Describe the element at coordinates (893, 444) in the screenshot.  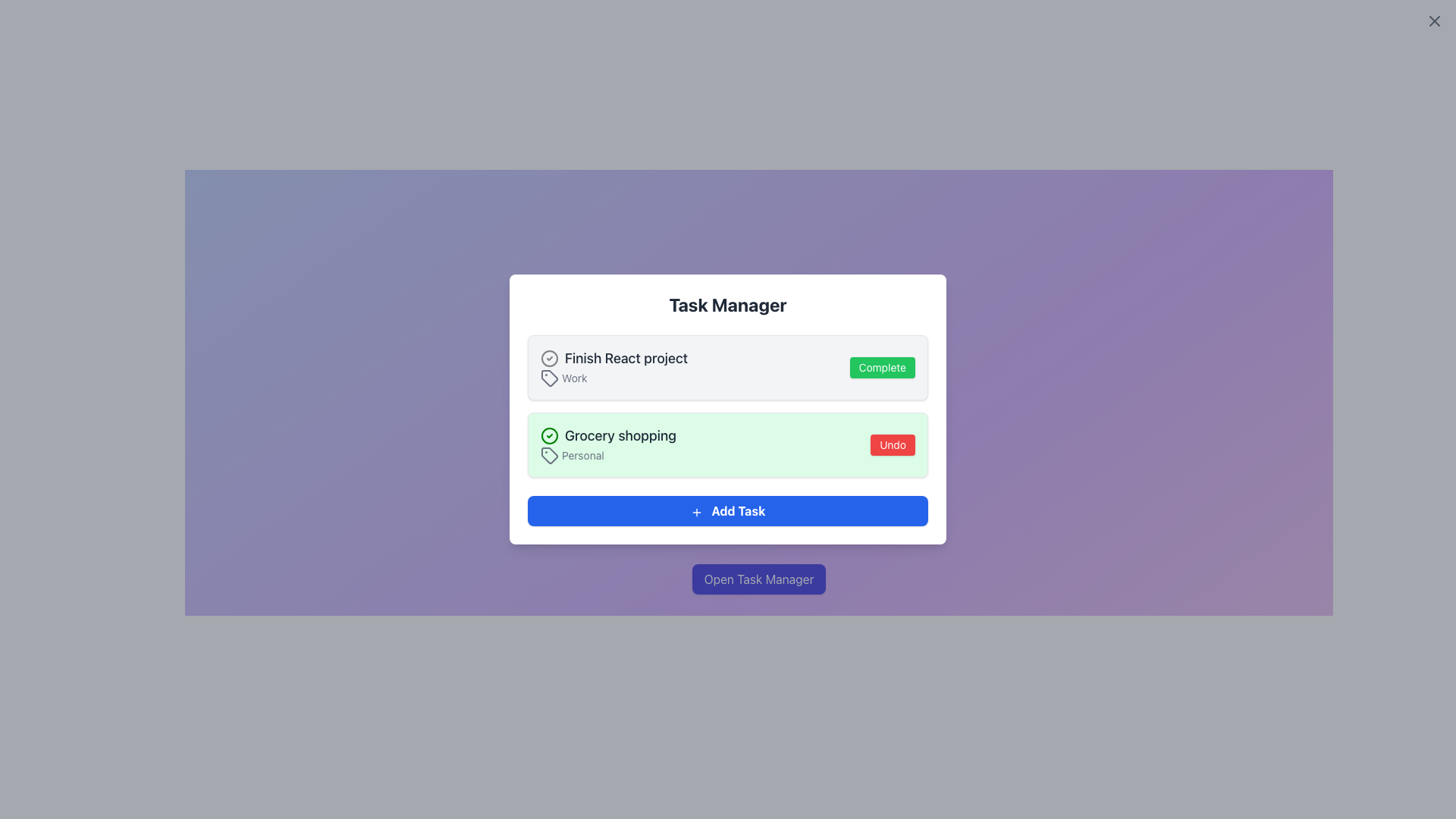
I see `the undo button for the 'Grocery shopping' task` at that location.